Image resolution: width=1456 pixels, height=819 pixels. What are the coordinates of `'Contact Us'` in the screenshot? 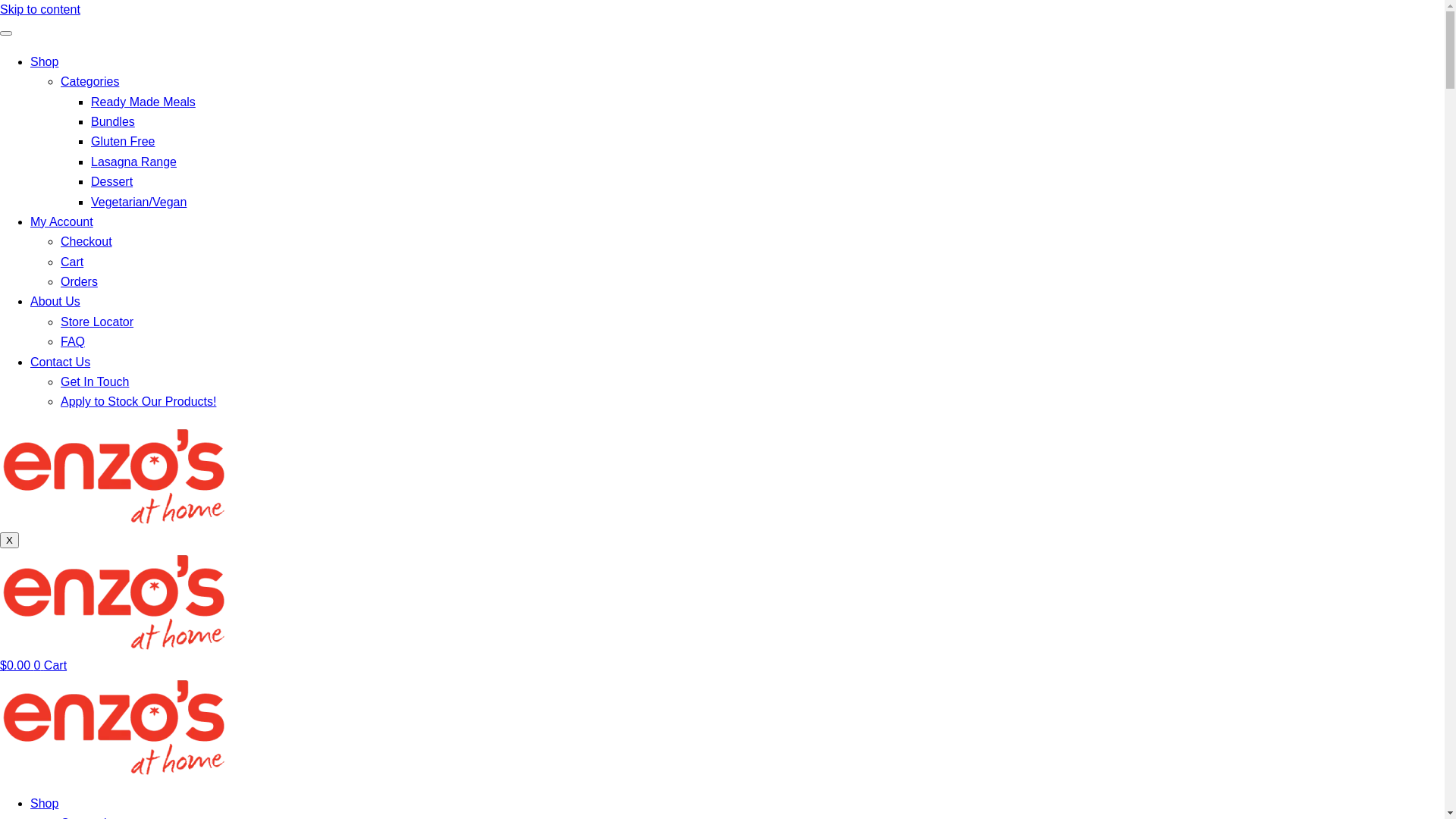 It's located at (60, 362).